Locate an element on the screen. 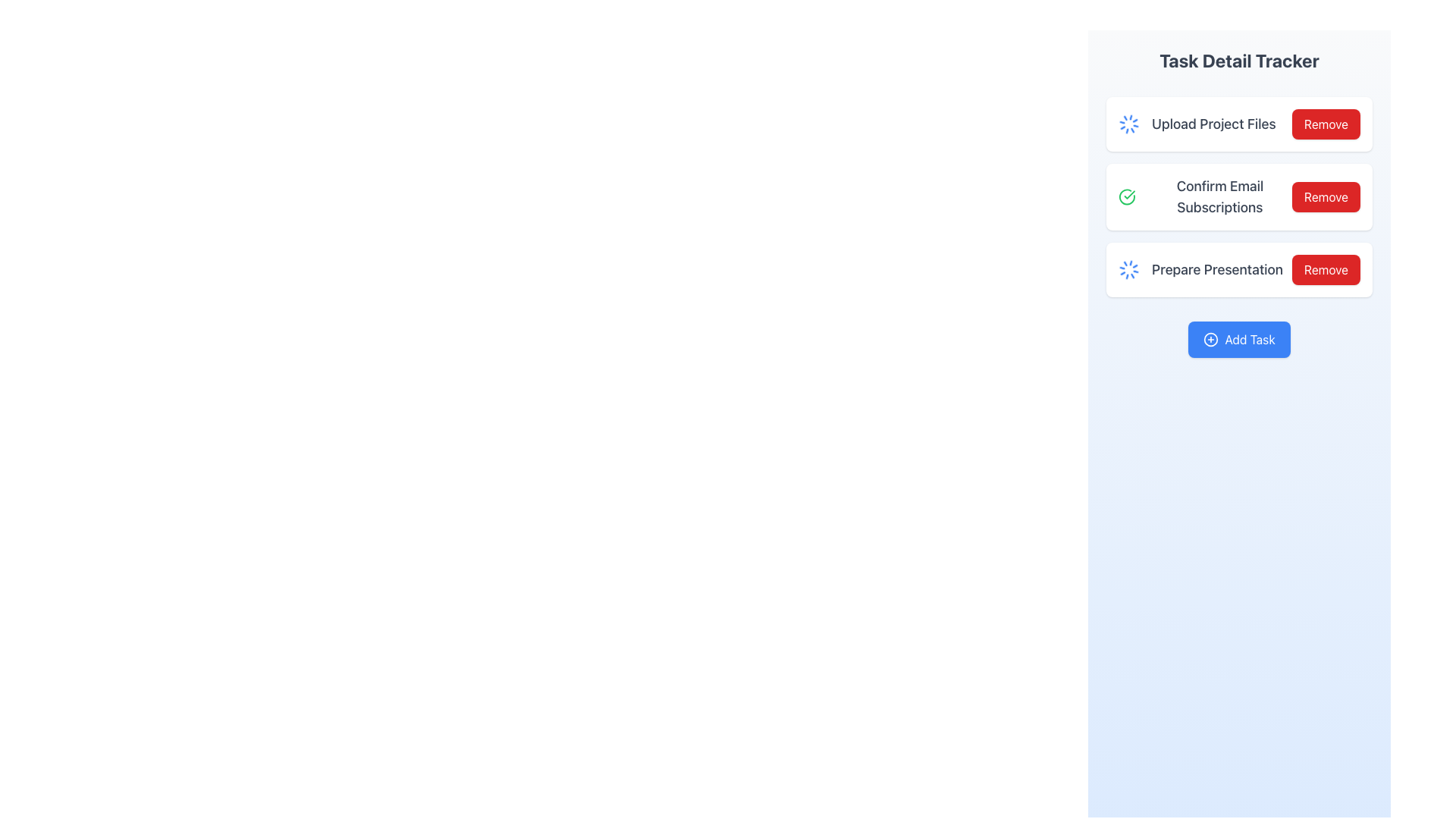 This screenshot has height=819, width=1456. the icon located within the blue button at the bottom of the panel, which indicates the purpose of adding new tasks next to the text 'Add Task' is located at coordinates (1210, 338).